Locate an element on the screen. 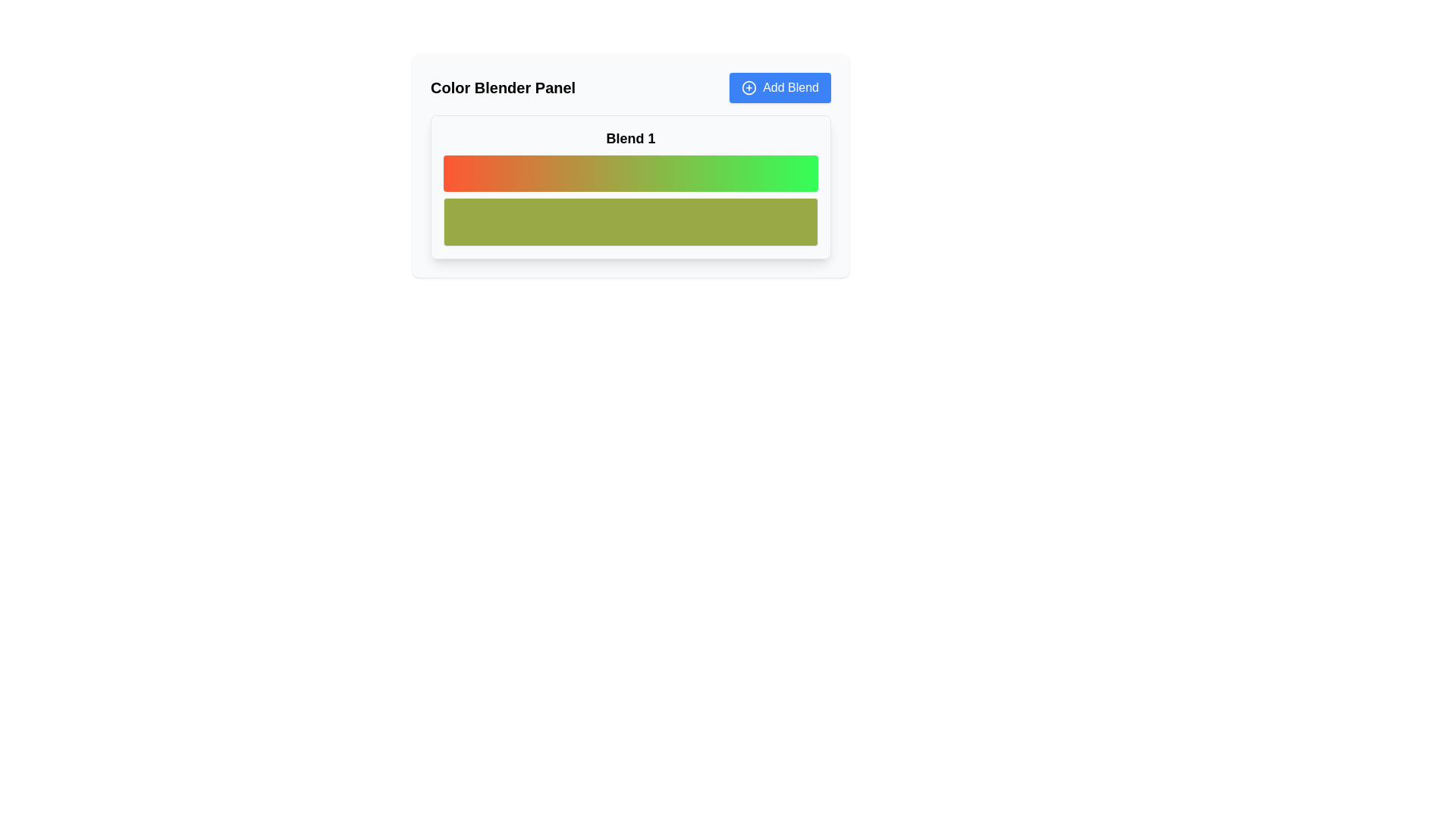 This screenshot has height=819, width=1456. the icon located to the left of the 'Add Blend' button within the same button in the 'Color Blender Panel' is located at coordinates (749, 87).